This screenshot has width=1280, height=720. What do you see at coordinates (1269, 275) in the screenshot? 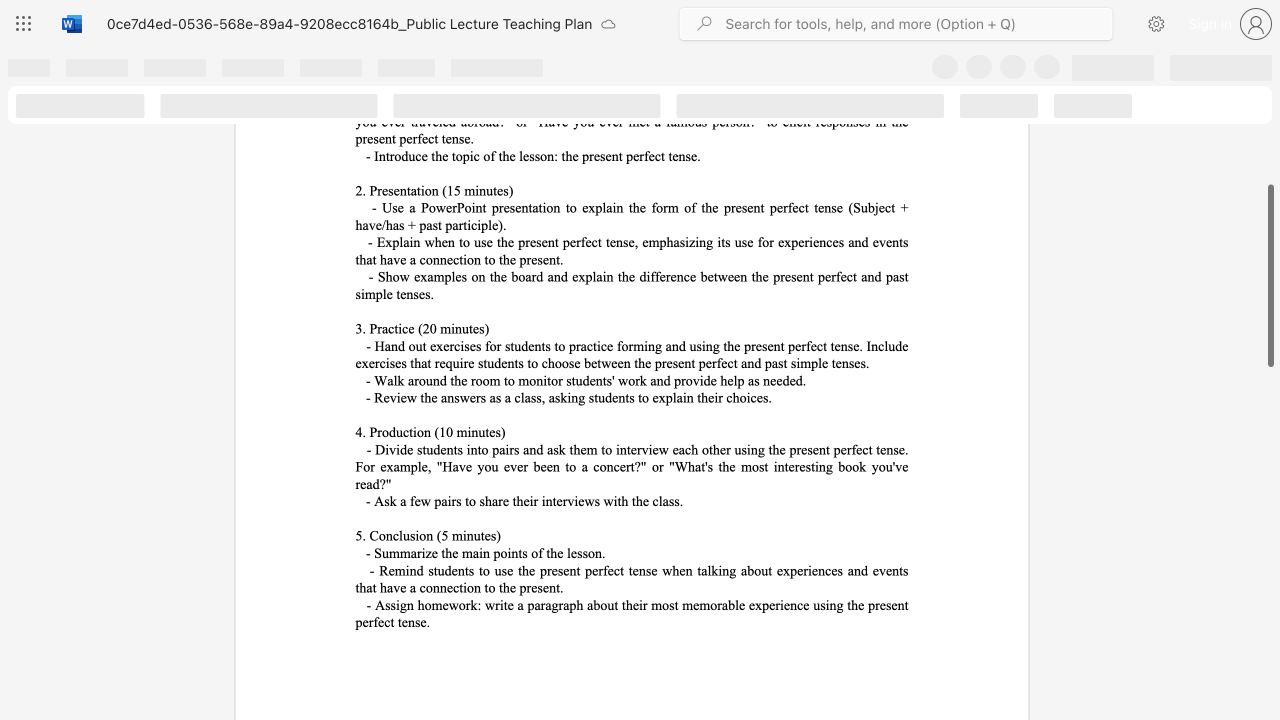
I see `the scrollbar and move down 1170 pixels` at bounding box center [1269, 275].